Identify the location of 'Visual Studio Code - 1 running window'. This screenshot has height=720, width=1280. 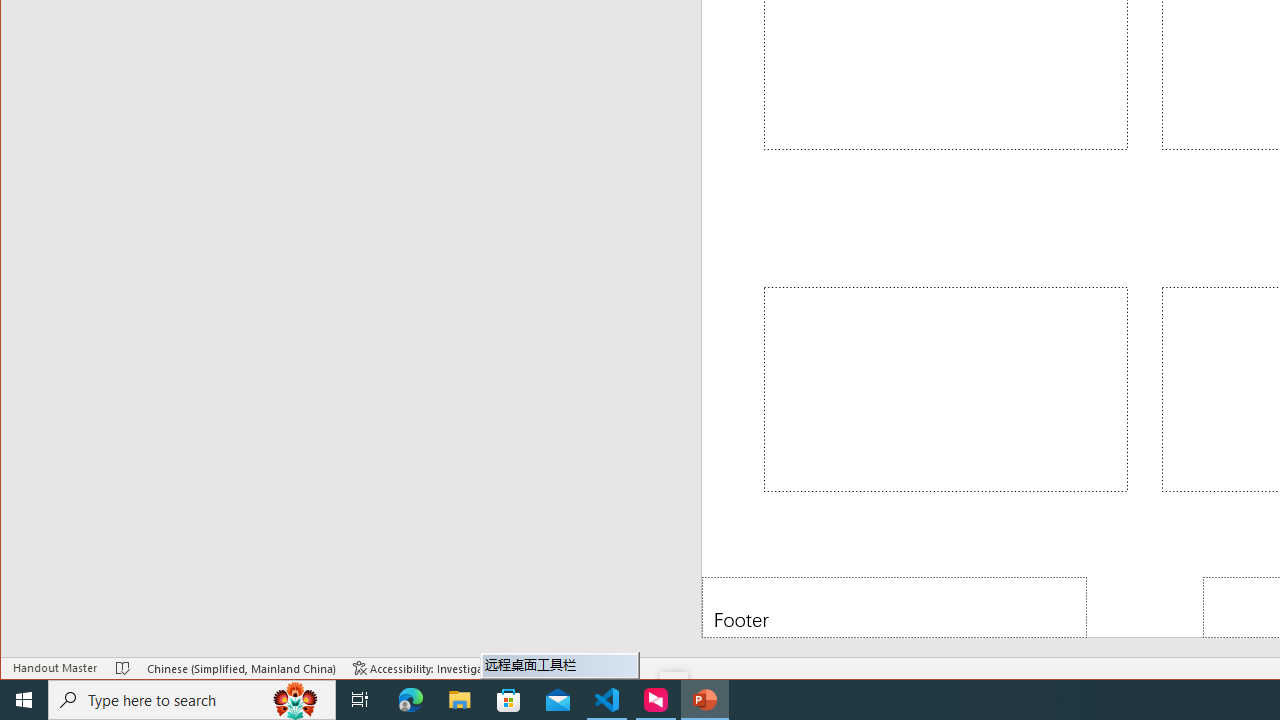
(606, 698).